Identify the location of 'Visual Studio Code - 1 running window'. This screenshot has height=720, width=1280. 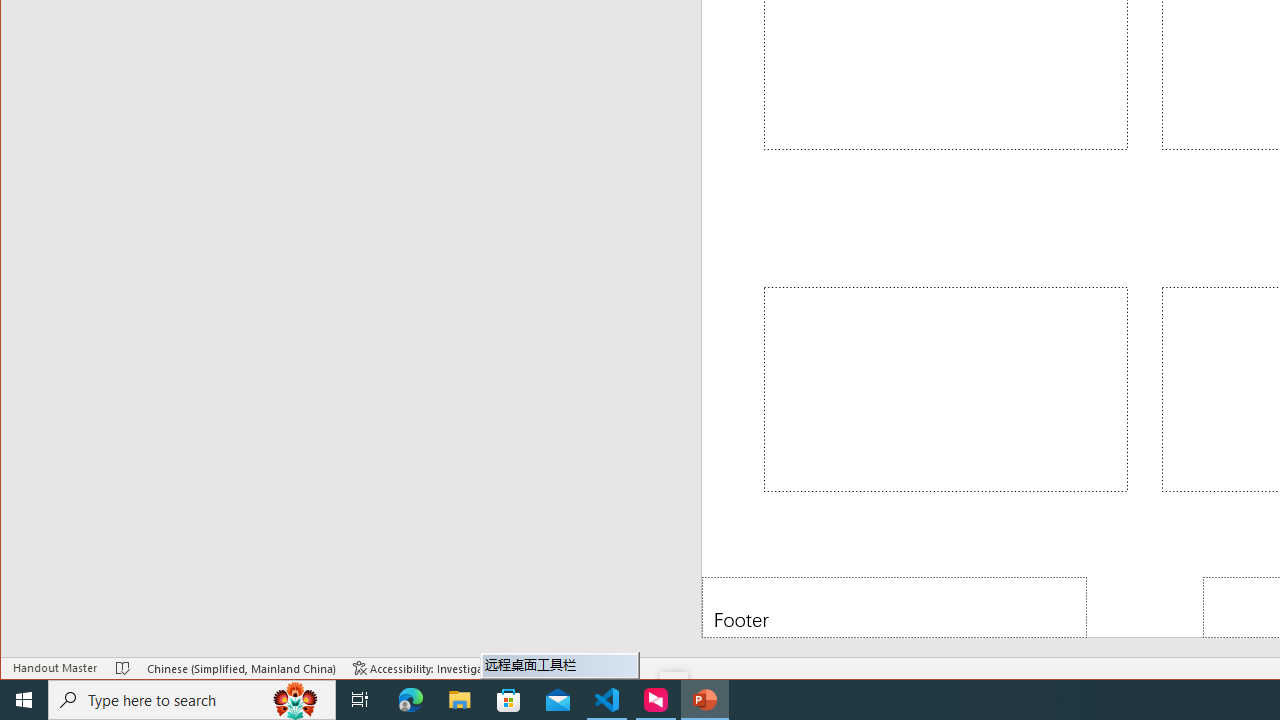
(606, 698).